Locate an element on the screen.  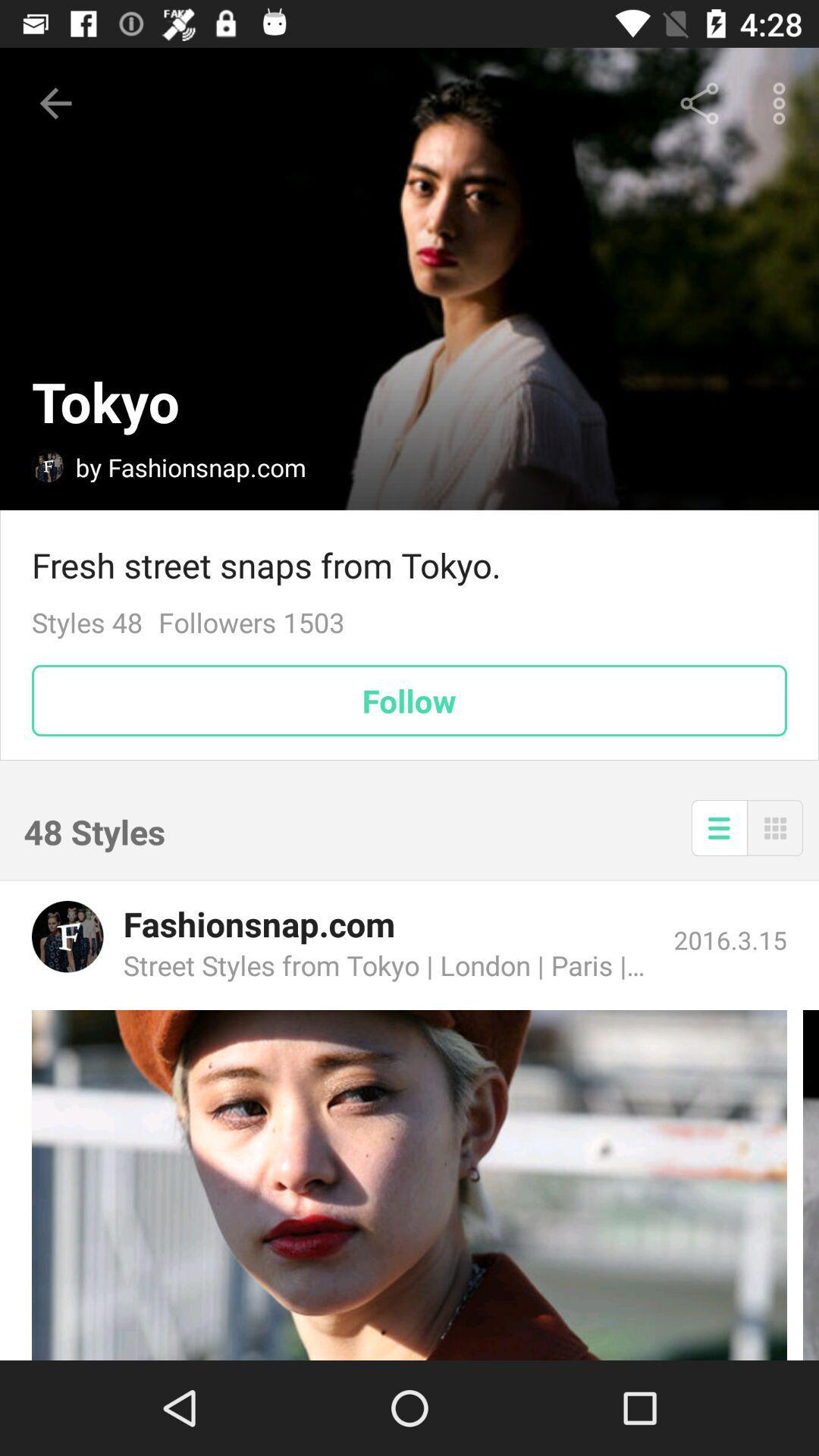
the icon above fresh street snaps item is located at coordinates (699, 102).